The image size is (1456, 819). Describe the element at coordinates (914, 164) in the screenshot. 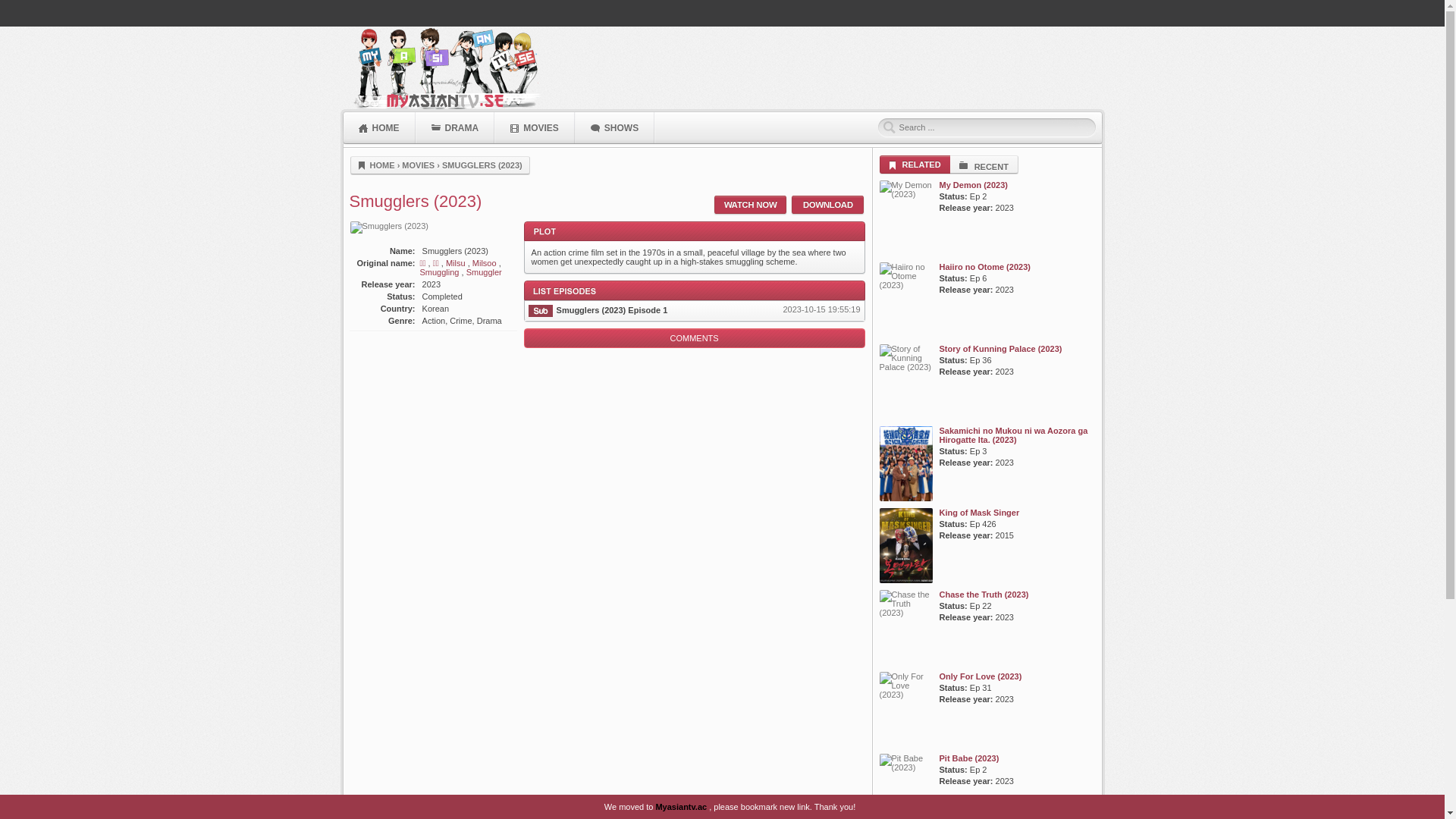

I see `'RELATED'` at that location.